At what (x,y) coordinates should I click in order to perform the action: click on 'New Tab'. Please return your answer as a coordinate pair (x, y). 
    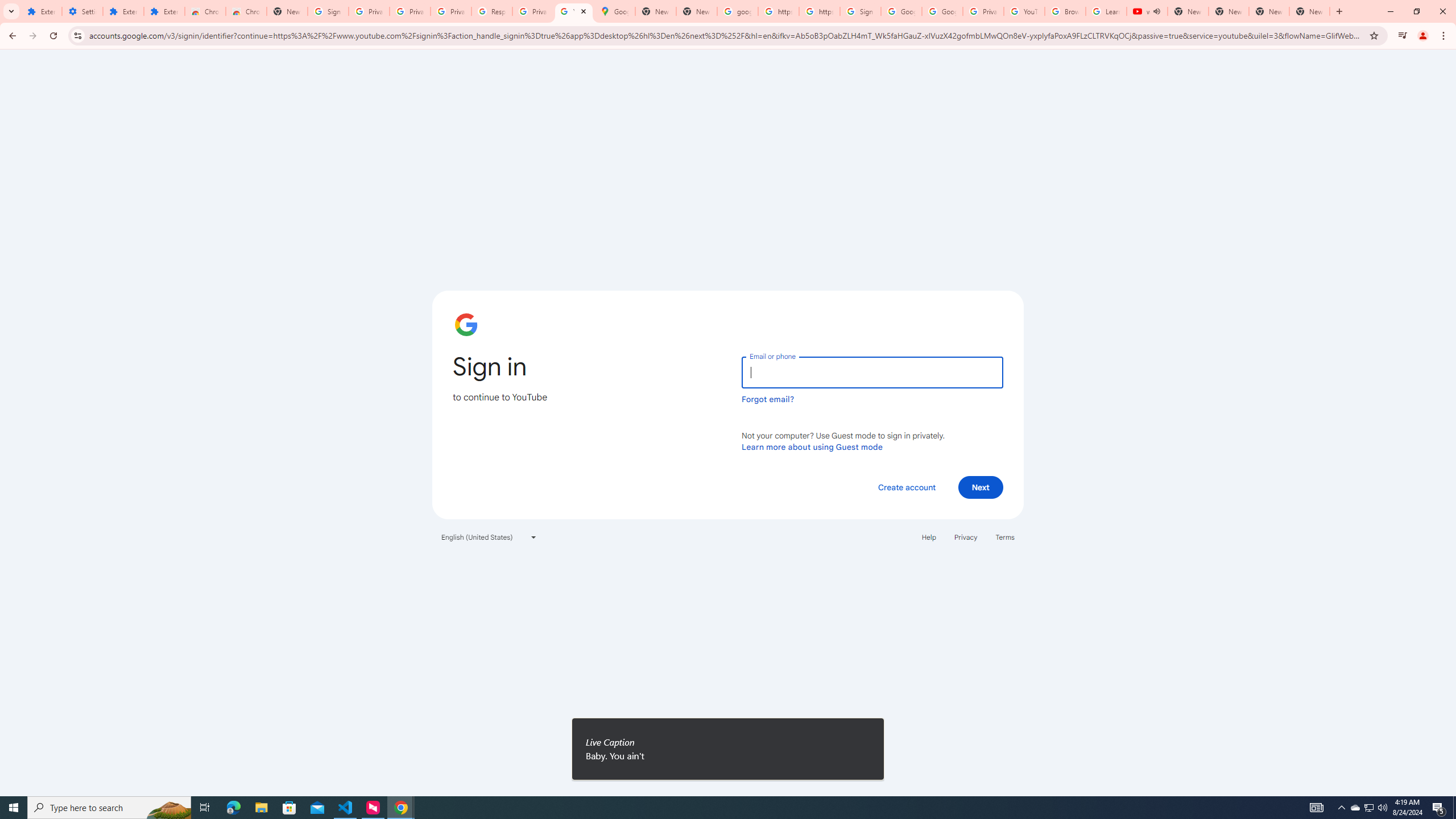
    Looking at the image, I should click on (1309, 11).